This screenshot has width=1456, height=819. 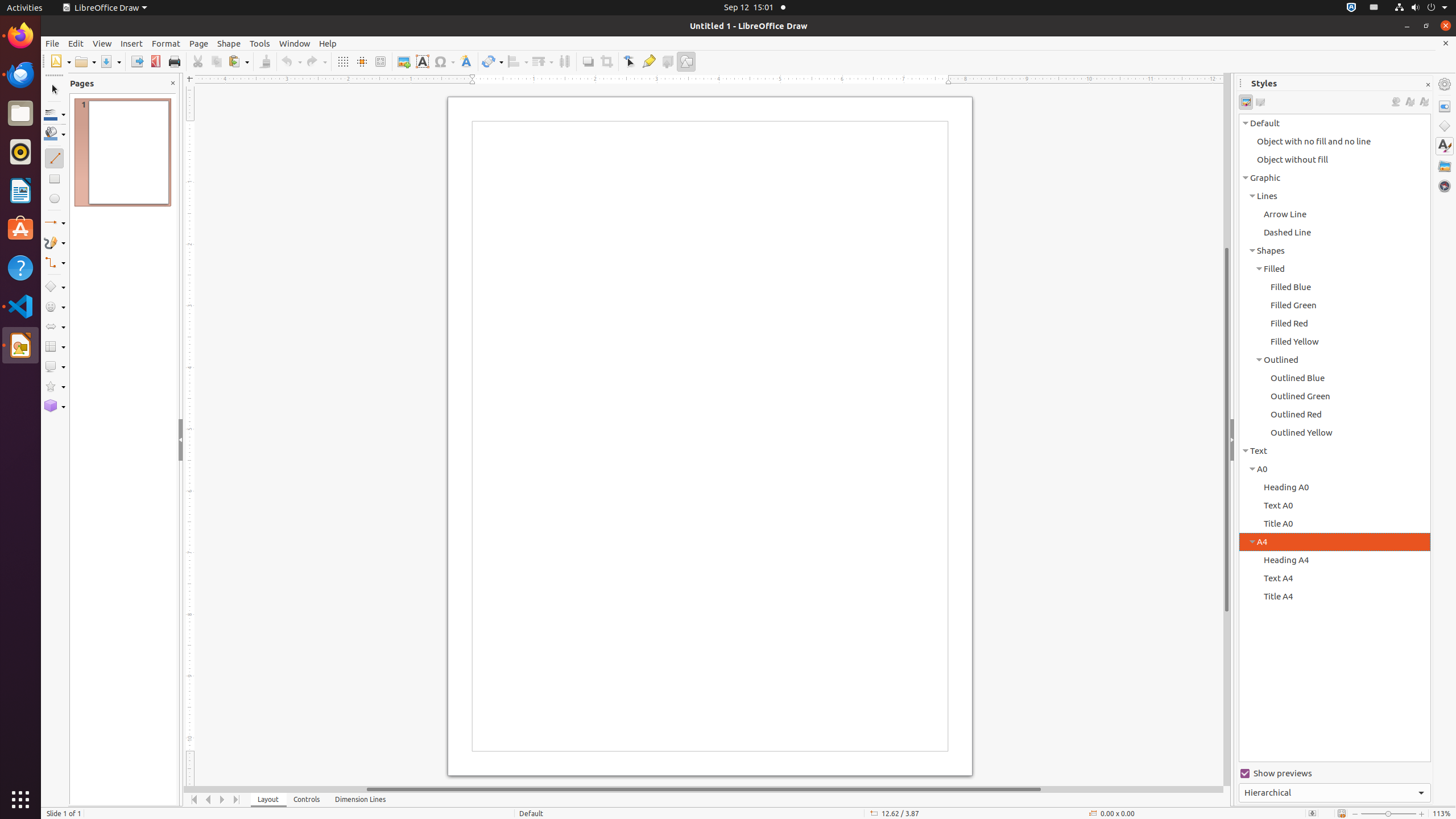 I want to click on 'Fontwork Style', so click(x=466, y=61).